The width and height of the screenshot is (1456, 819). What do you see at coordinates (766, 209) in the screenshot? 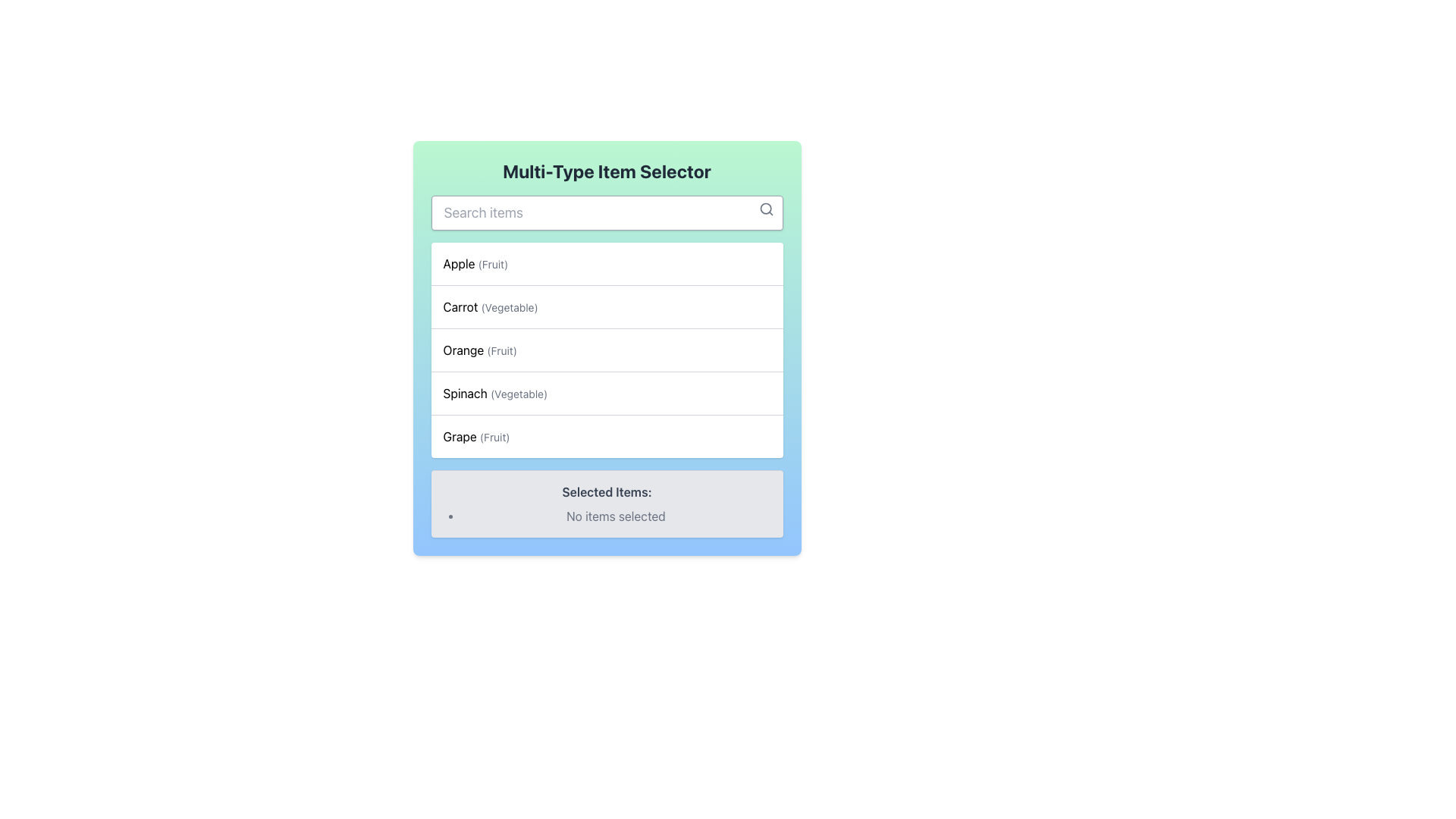
I see `the magnifying glass icon located at the far right end of the search input field to initiate a search` at bounding box center [766, 209].